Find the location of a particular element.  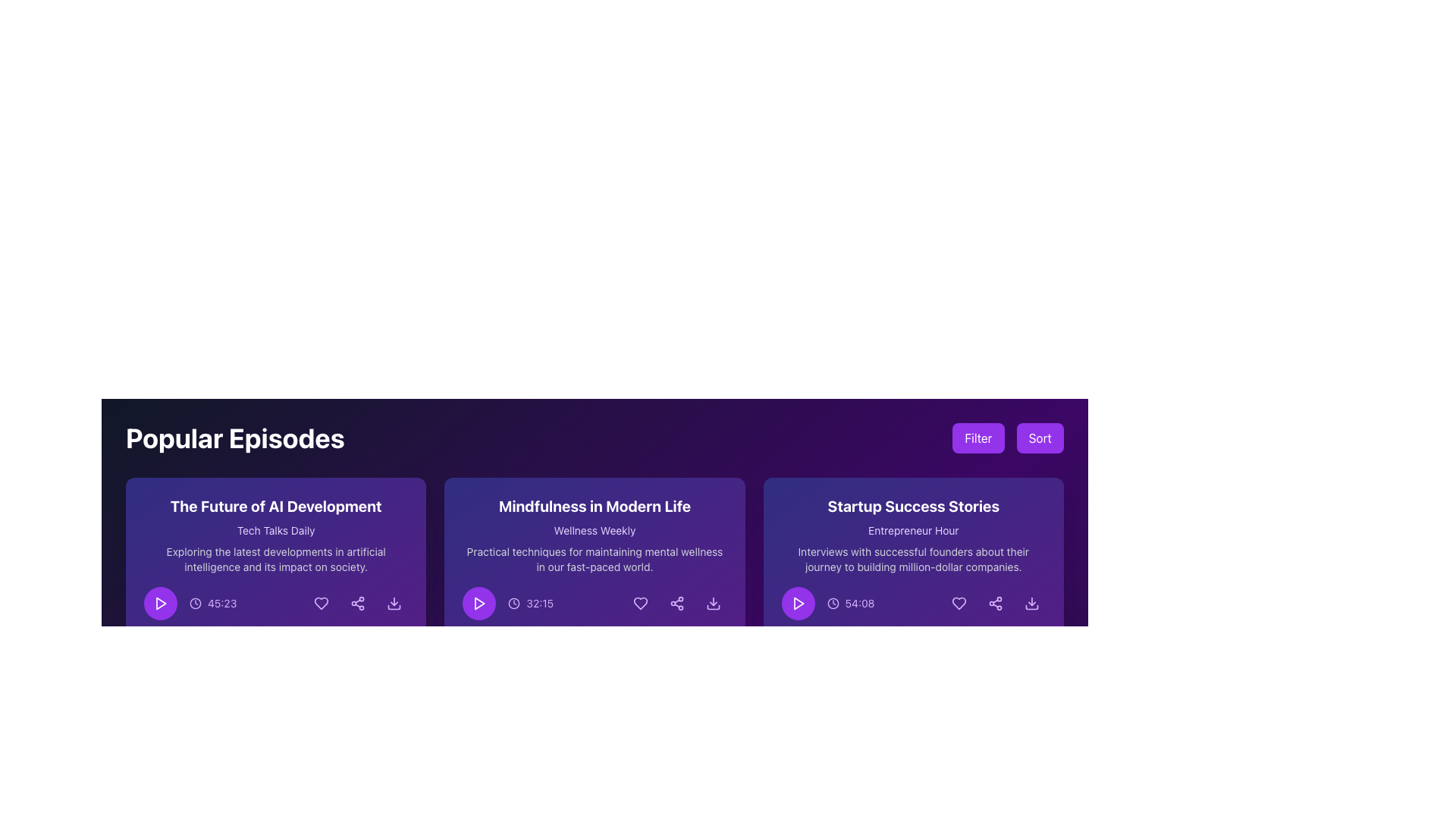

the text element that provides a brief description of the podcast episode 'Mindfulness in Modern Life', located within the card labeled 'Mindfulness in Modern Life' under the 'Wellness Weekly' subheading is located at coordinates (594, 559).